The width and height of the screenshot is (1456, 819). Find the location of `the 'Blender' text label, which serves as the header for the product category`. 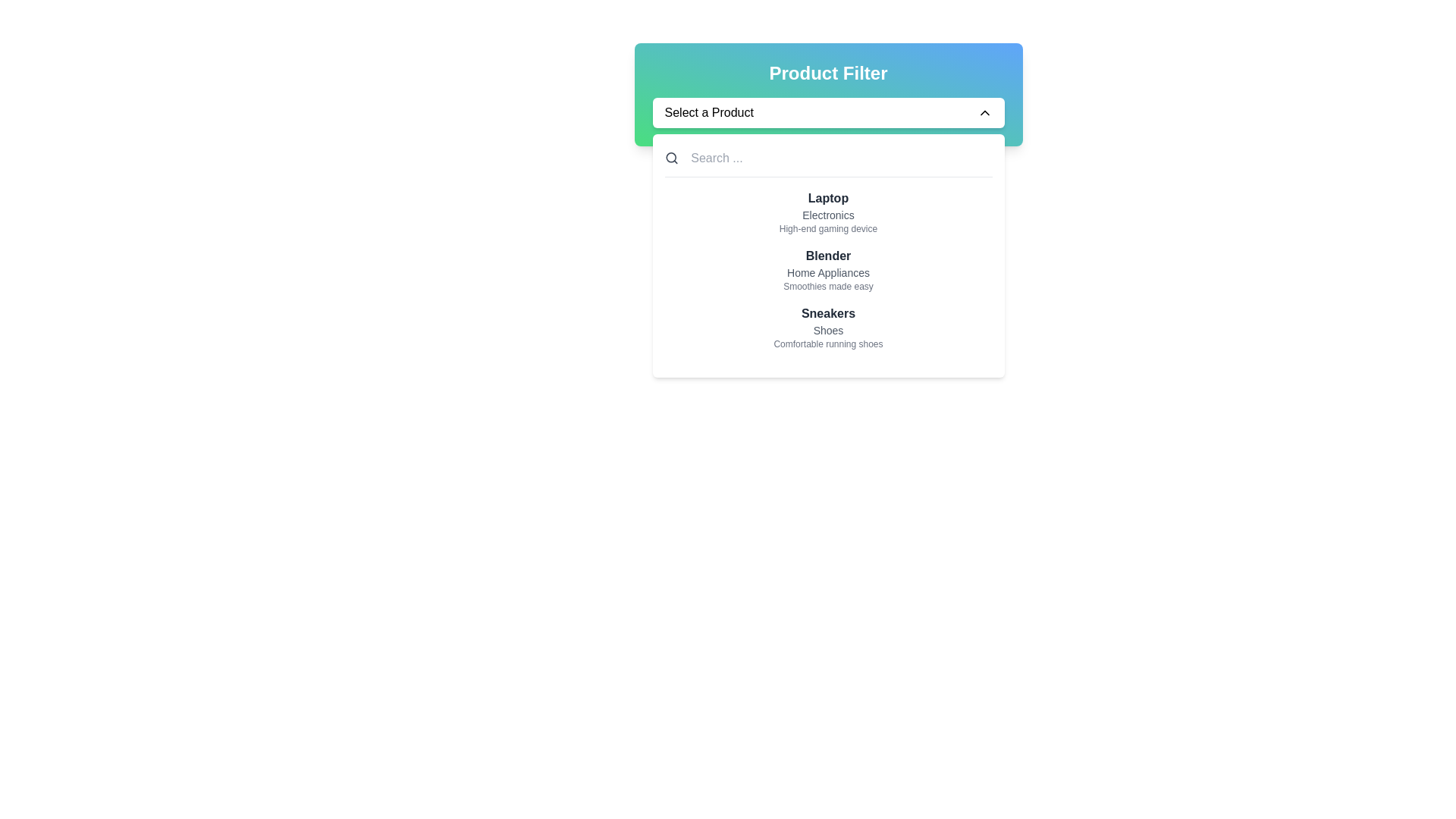

the 'Blender' text label, which serves as the header for the product category is located at coordinates (827, 256).